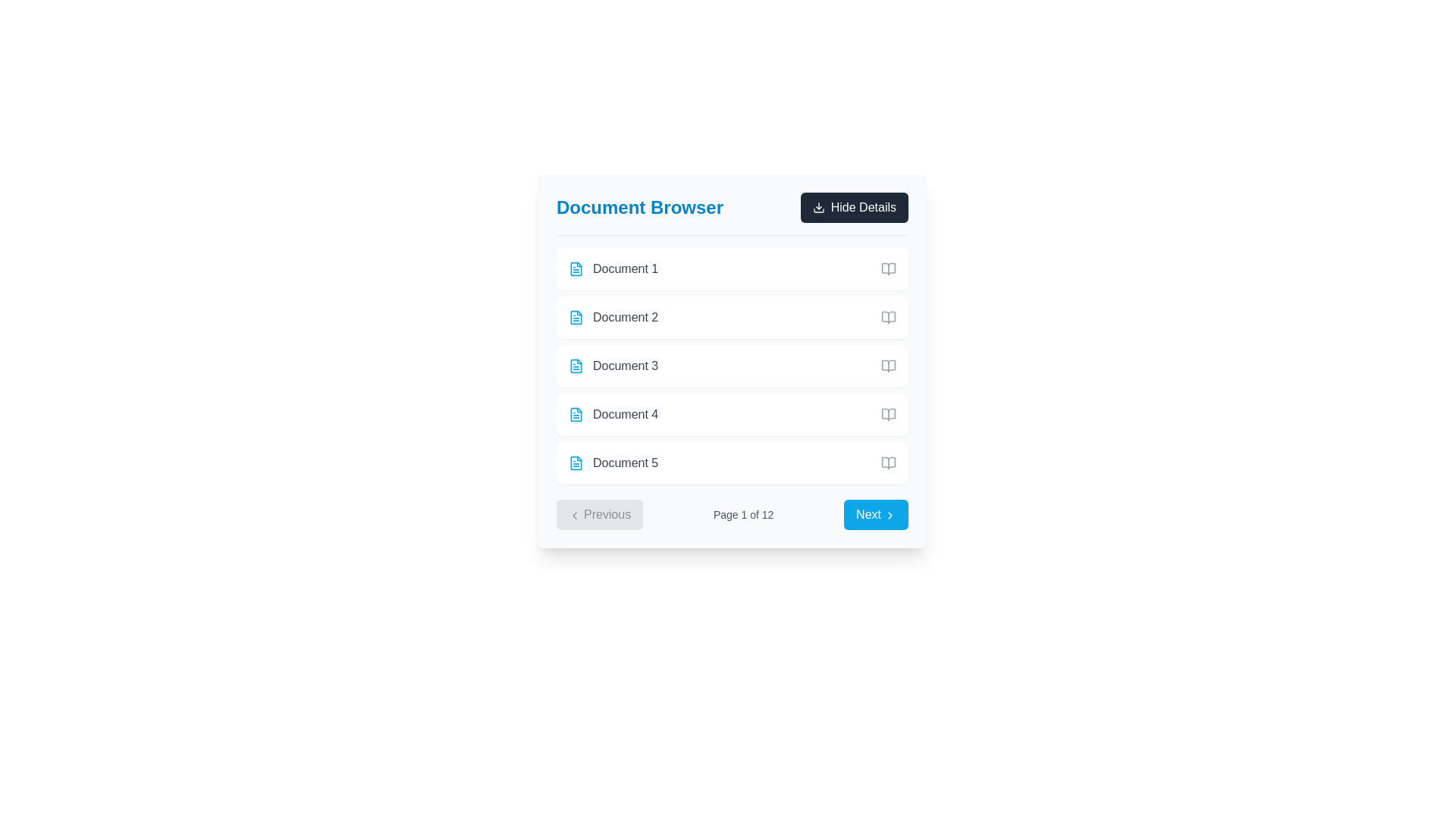 This screenshot has height=819, width=1456. What do you see at coordinates (626, 317) in the screenshot?
I see `the text label displaying 'Document 2', which is styled in gray and located next to a blue file icon in a vertical list of file entries` at bounding box center [626, 317].